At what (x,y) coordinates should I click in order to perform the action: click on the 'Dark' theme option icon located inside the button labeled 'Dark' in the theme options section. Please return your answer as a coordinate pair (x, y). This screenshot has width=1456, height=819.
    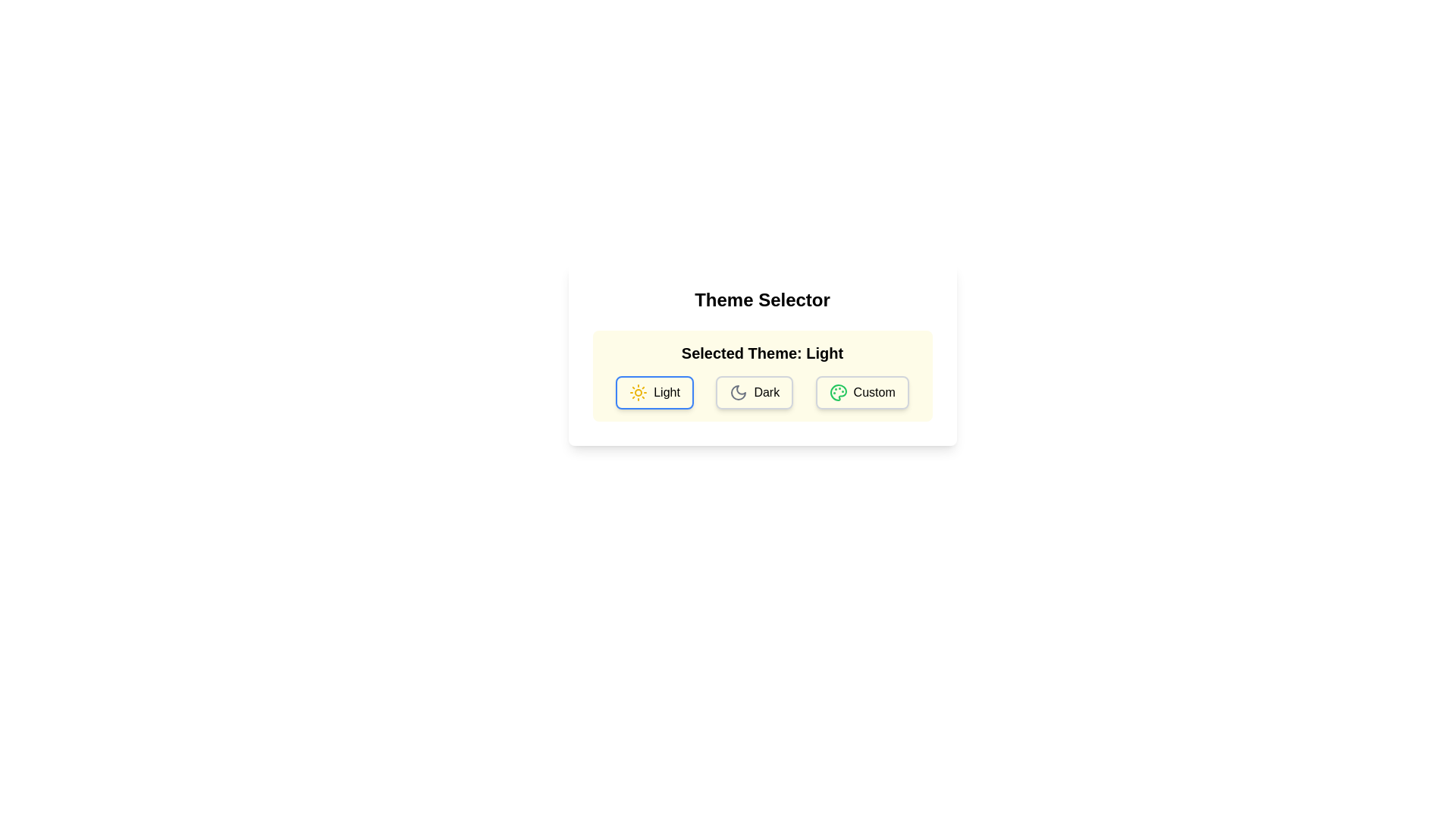
    Looking at the image, I should click on (739, 391).